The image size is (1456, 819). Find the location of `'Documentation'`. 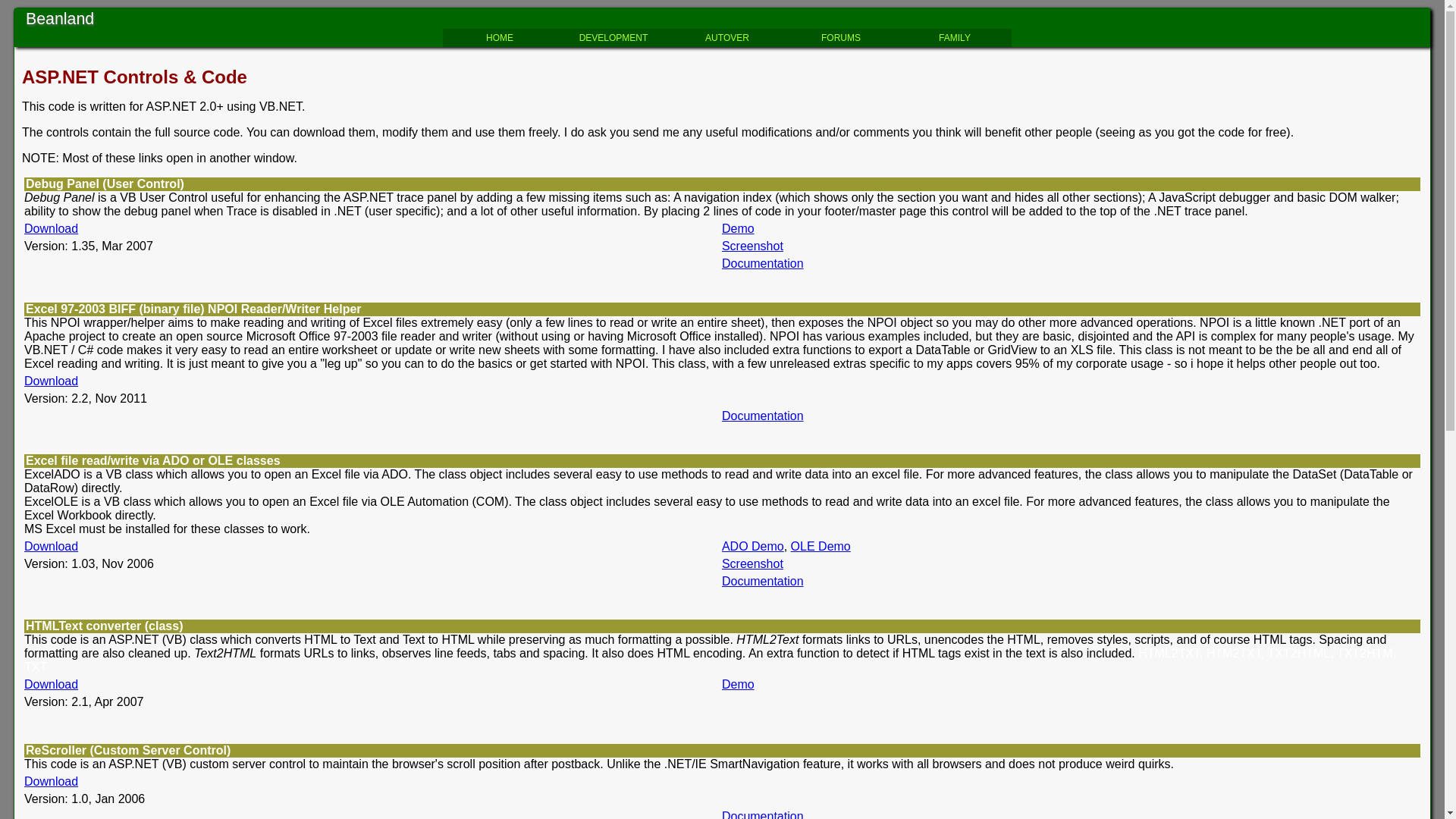

'Documentation' is located at coordinates (763, 262).